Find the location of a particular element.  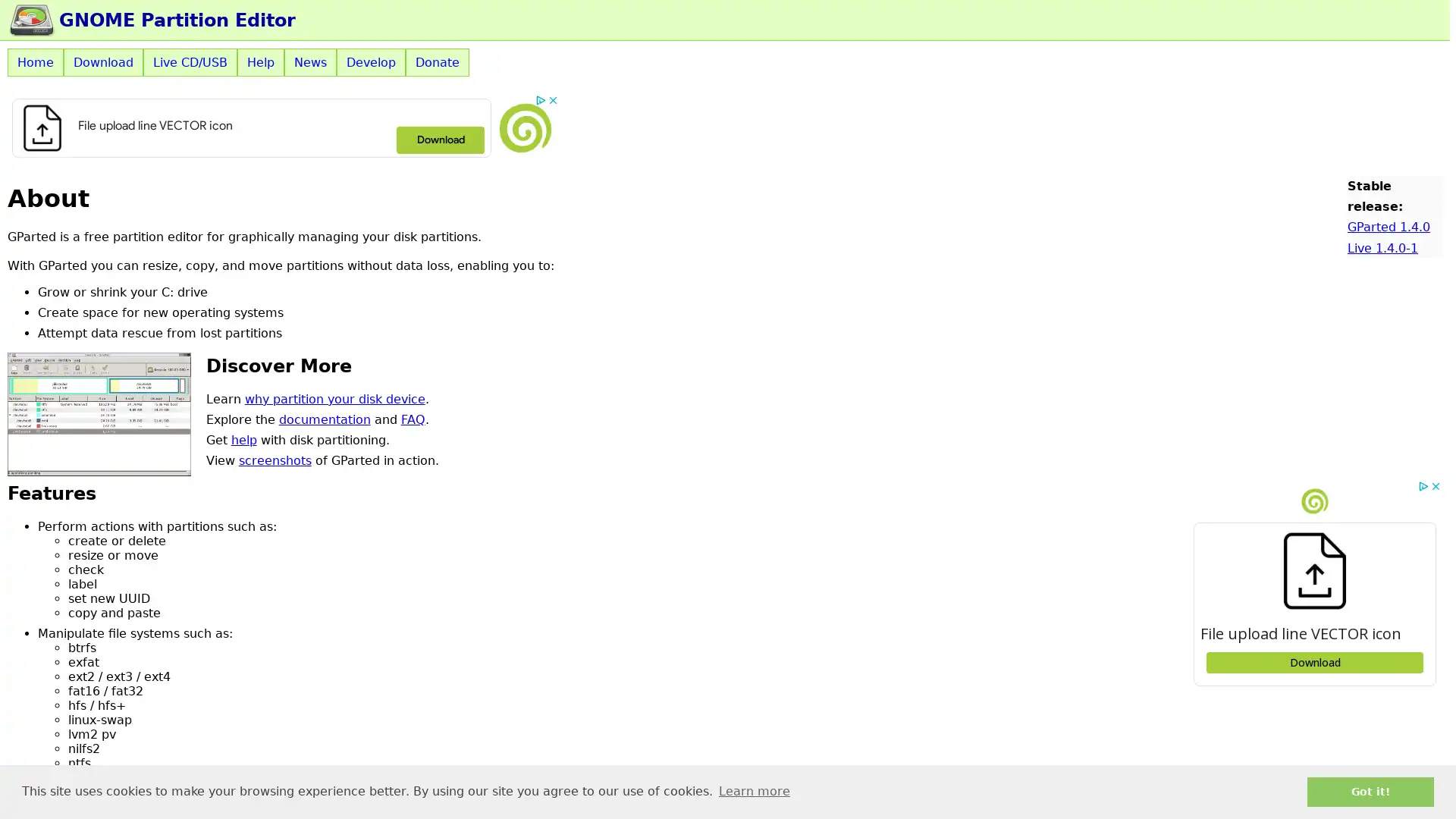

dismiss cookie message is located at coordinates (1370, 791).